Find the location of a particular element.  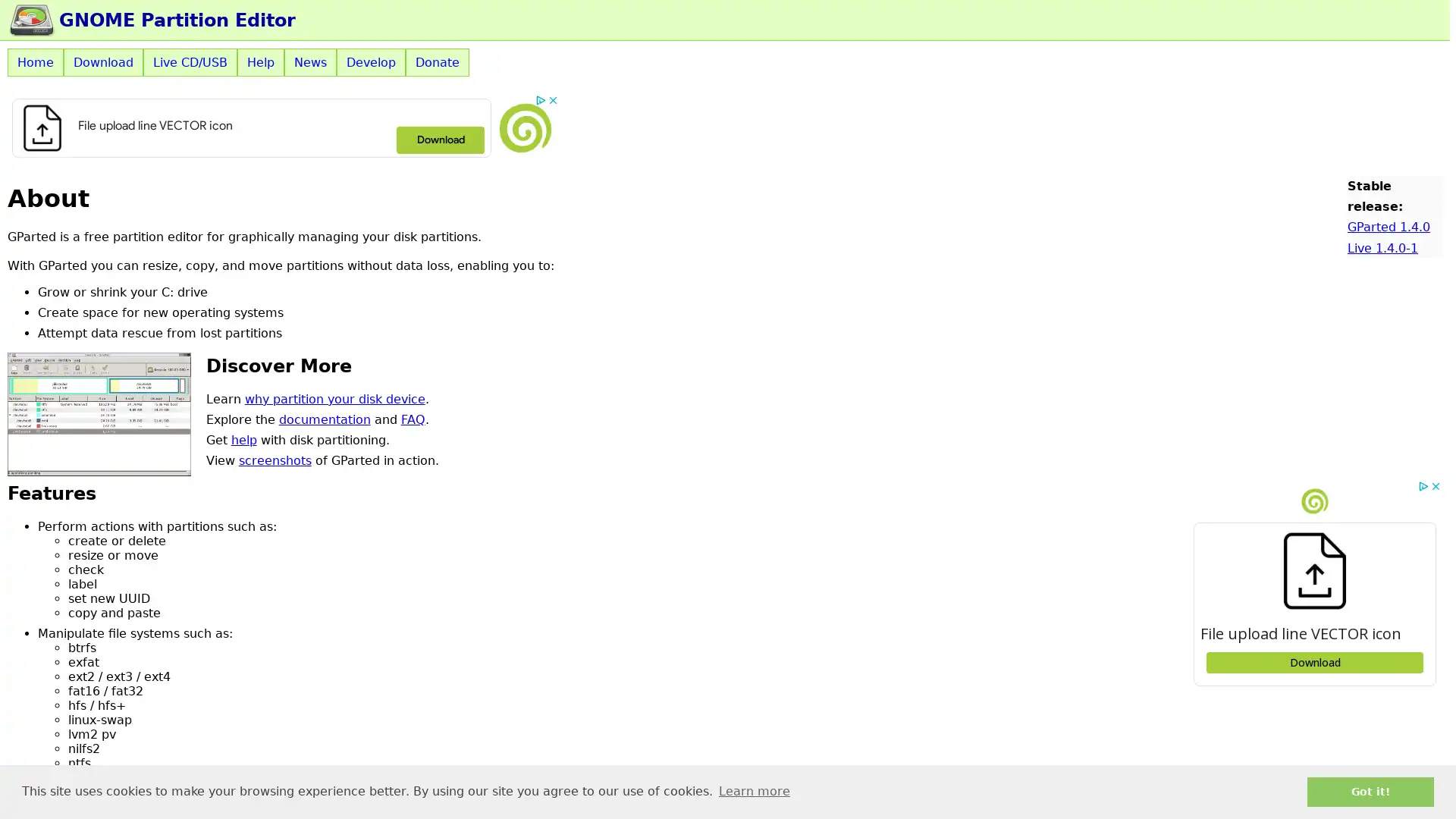

dismiss cookie message is located at coordinates (1370, 791).